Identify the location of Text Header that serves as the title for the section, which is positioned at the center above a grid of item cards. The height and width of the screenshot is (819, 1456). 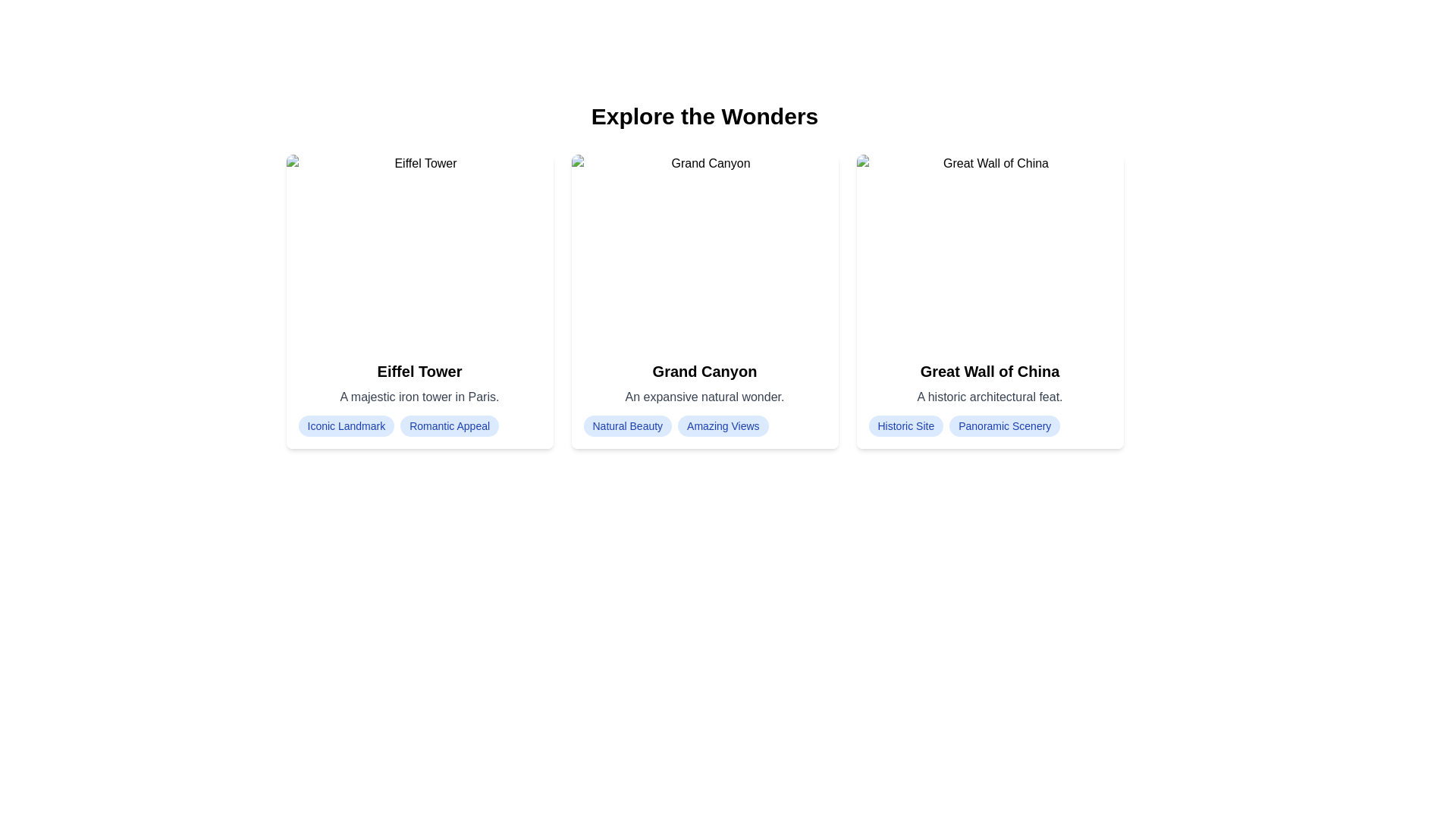
(704, 116).